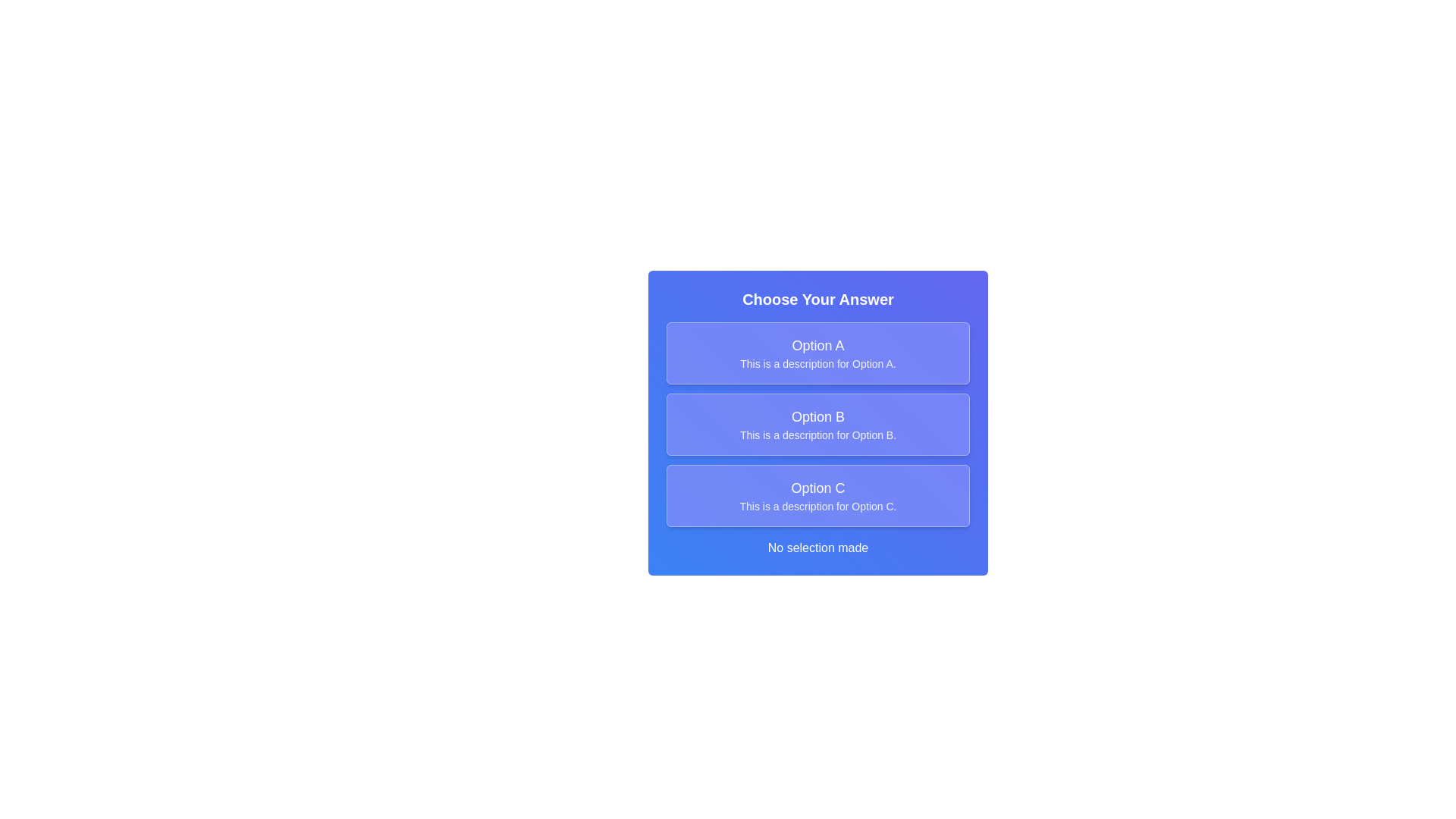 This screenshot has height=819, width=1456. What do you see at coordinates (817, 345) in the screenshot?
I see `the text label that serves as the title for the first selectable option in the list, which is positioned above the description text for 'Option A'` at bounding box center [817, 345].